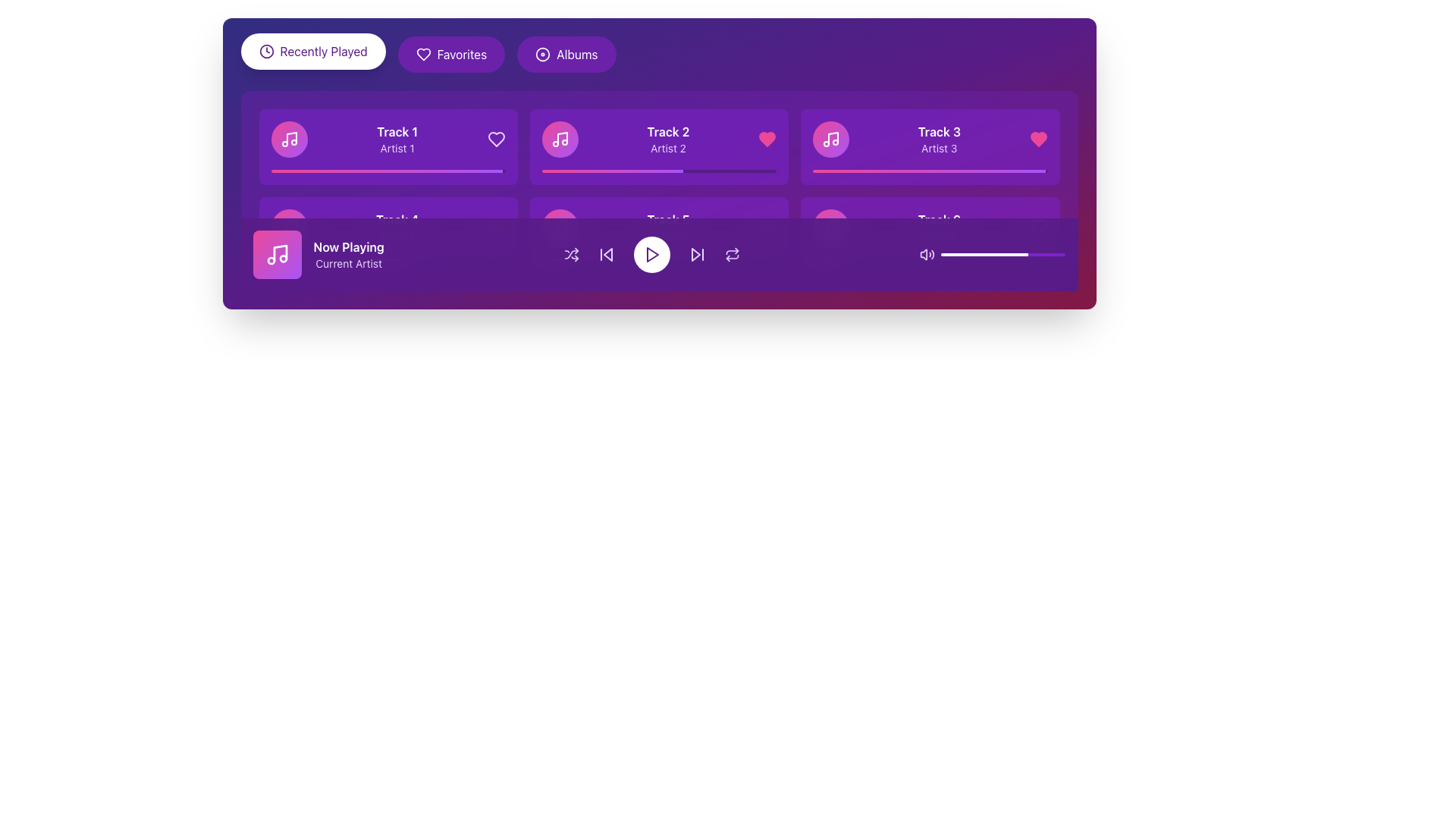 This screenshot has width=1456, height=819. Describe the element at coordinates (277, 253) in the screenshot. I see `the musical note icon with a white outline on a pink and purple gradient background located in the bottom-left area of the interface within the Now Playing section` at that location.